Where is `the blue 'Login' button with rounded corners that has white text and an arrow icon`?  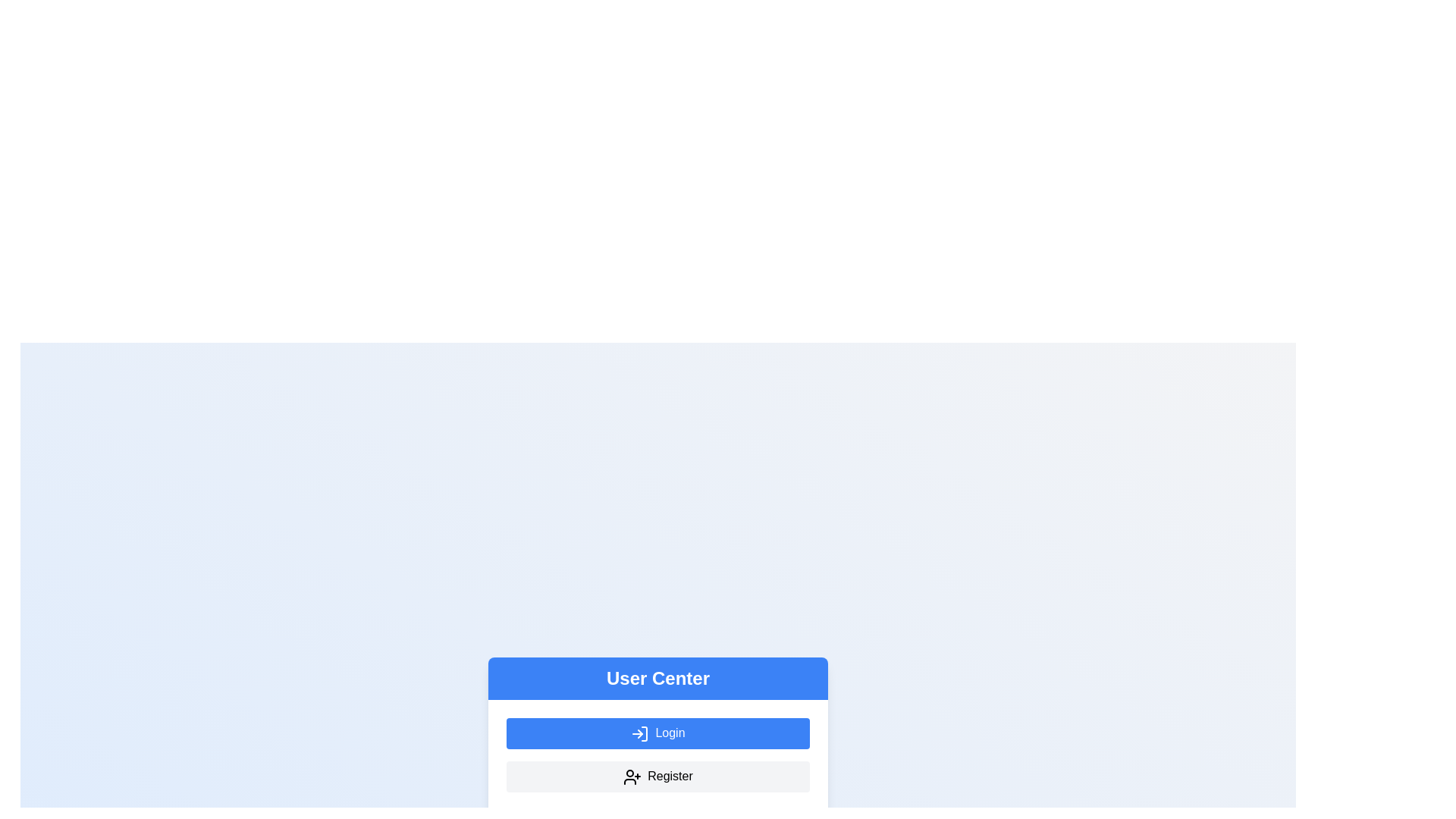
the blue 'Login' button with rounded corners that has white text and an arrow icon is located at coordinates (658, 733).